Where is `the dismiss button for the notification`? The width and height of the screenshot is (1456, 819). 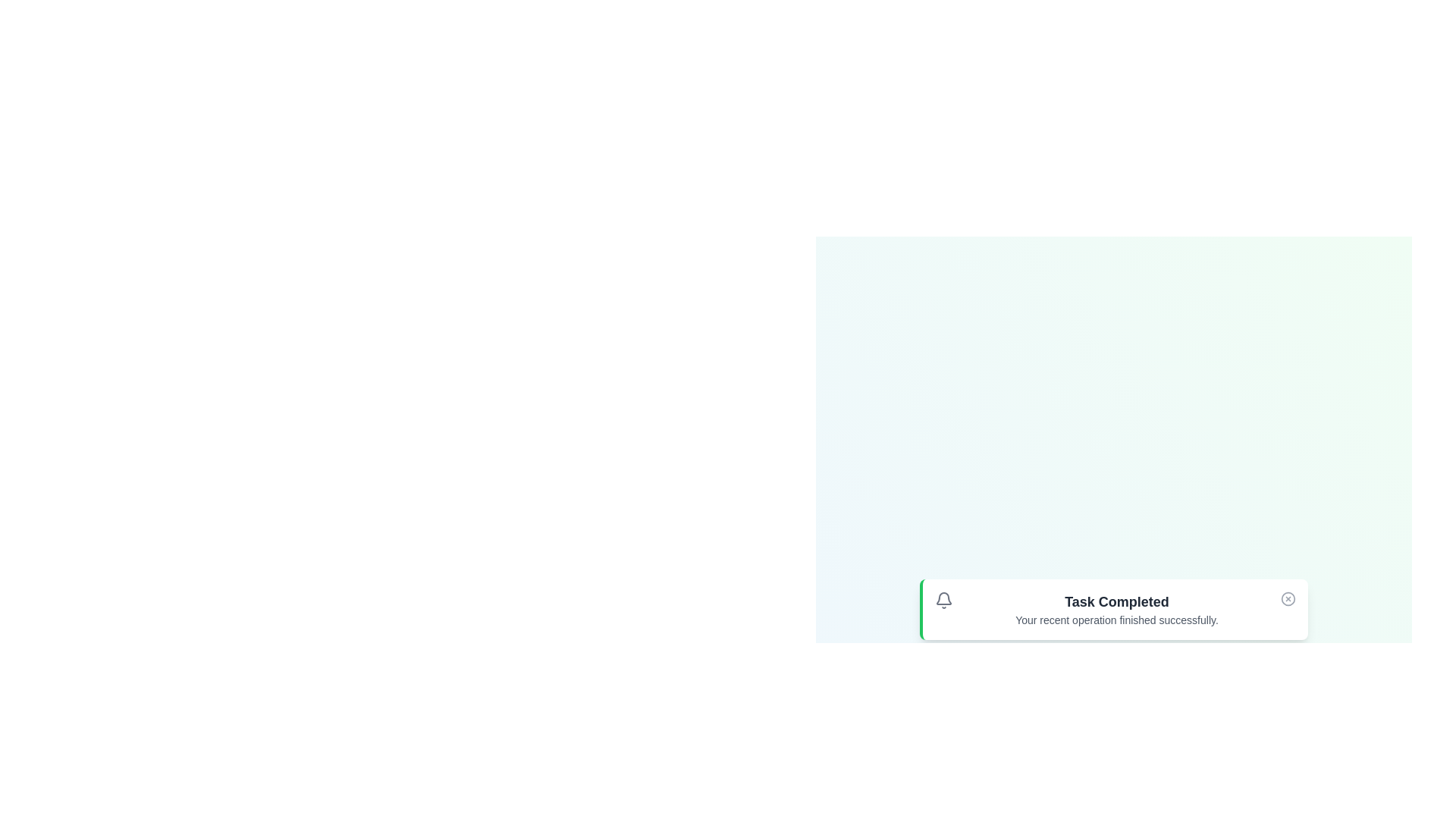
the dismiss button for the notification is located at coordinates (1288, 598).